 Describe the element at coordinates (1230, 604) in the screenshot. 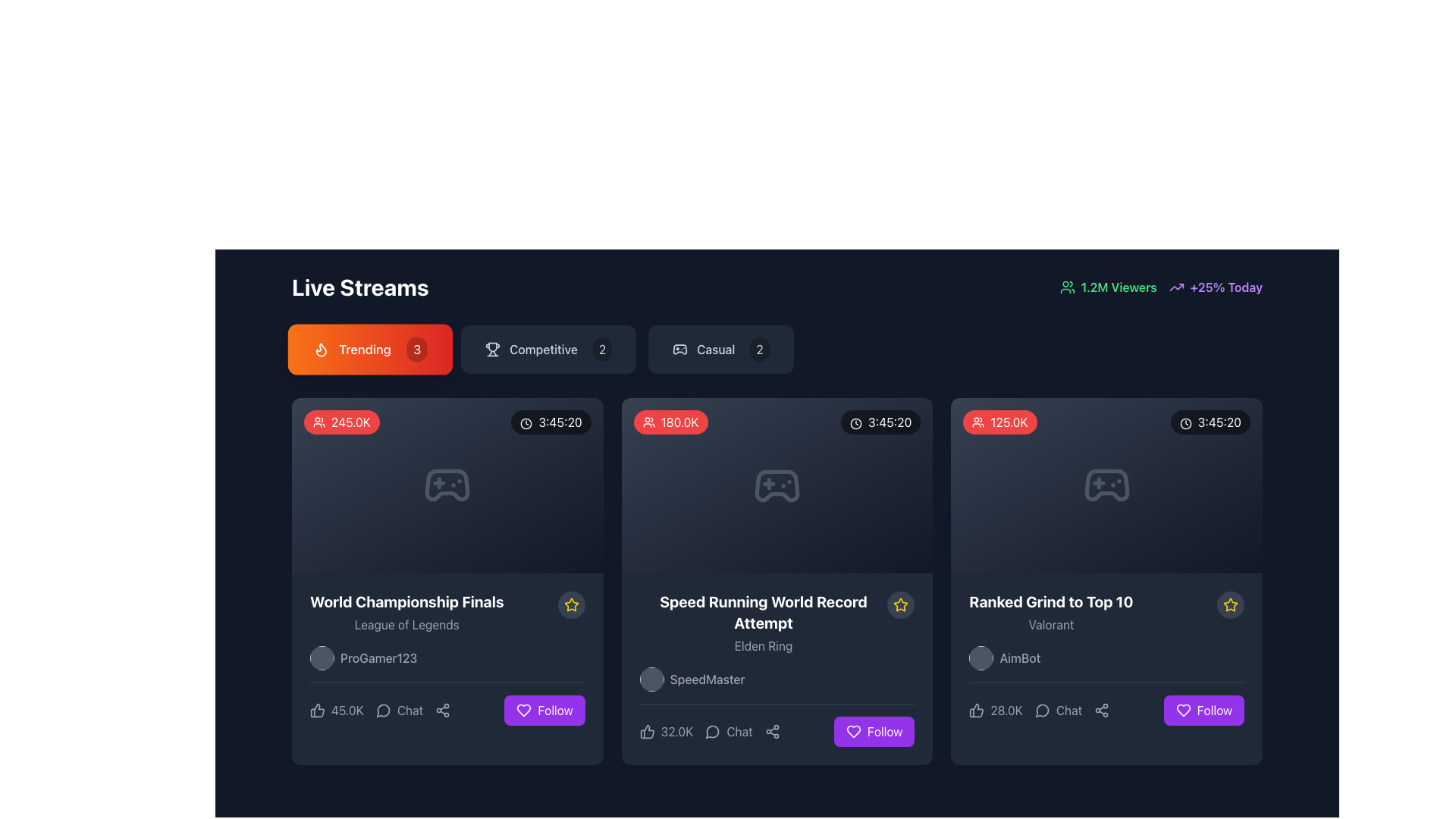

I see `the star-shaped icon outlined in yellow located in the bottom right corner of the 'Ranked Grind to Top 10' content card` at that location.